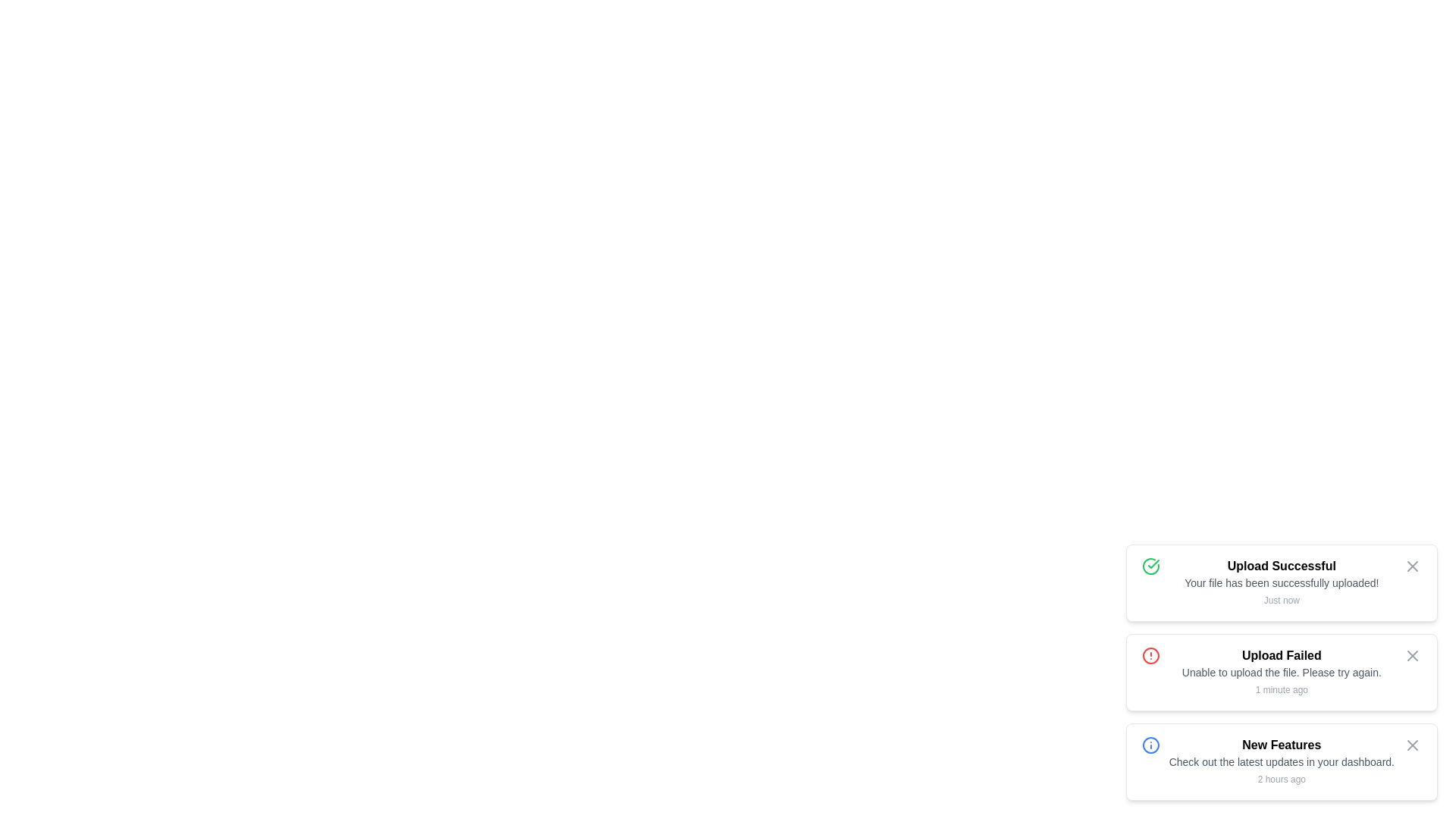 The image size is (1456, 819). Describe the element at coordinates (1281, 762) in the screenshot. I see `the notification with title New Features` at that location.